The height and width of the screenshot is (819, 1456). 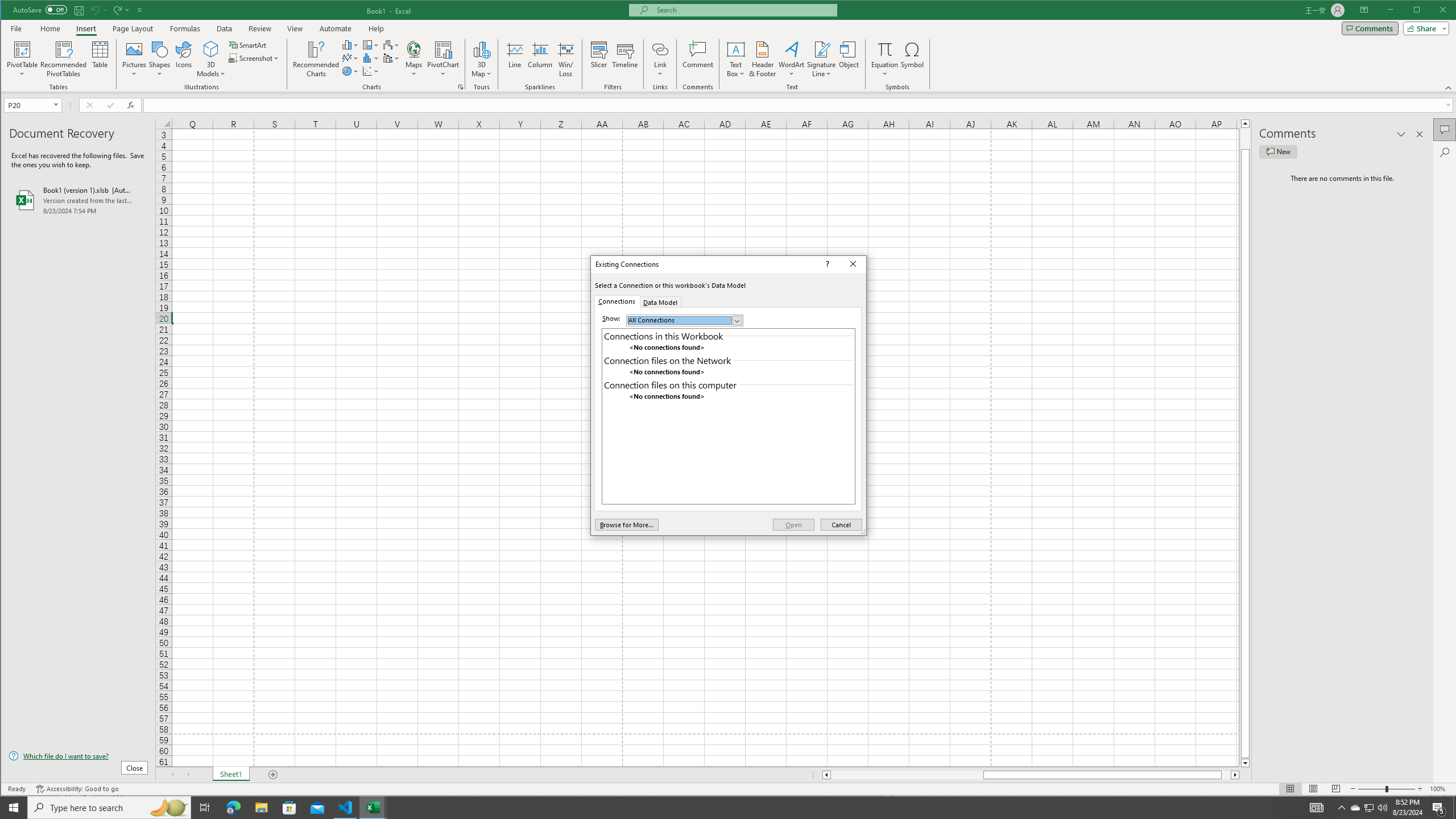 I want to click on 'Shapes', so click(x=160, y=59).